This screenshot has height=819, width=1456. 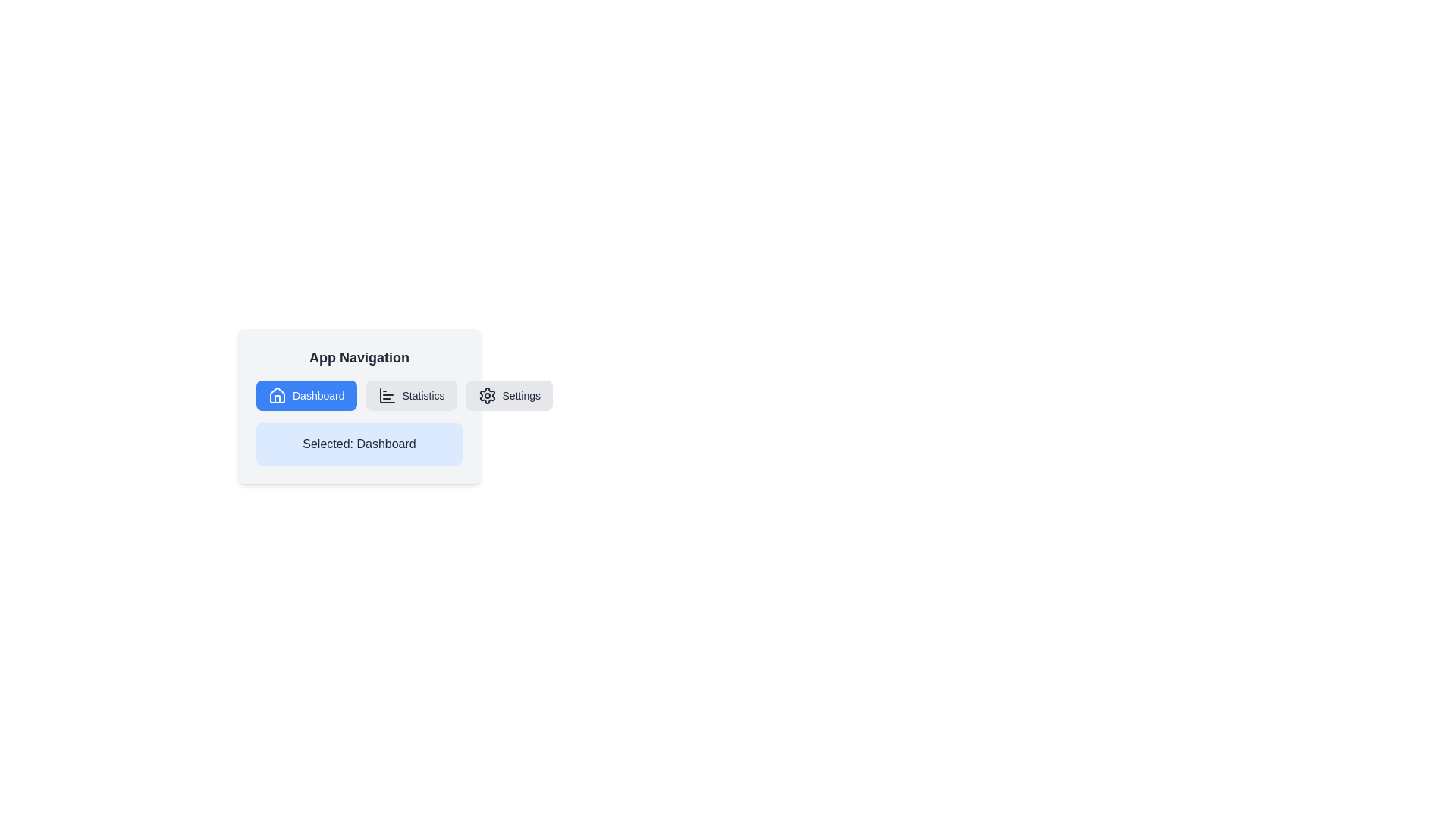 What do you see at coordinates (318, 394) in the screenshot?
I see `the 'Dashboard' text label within the button` at bounding box center [318, 394].